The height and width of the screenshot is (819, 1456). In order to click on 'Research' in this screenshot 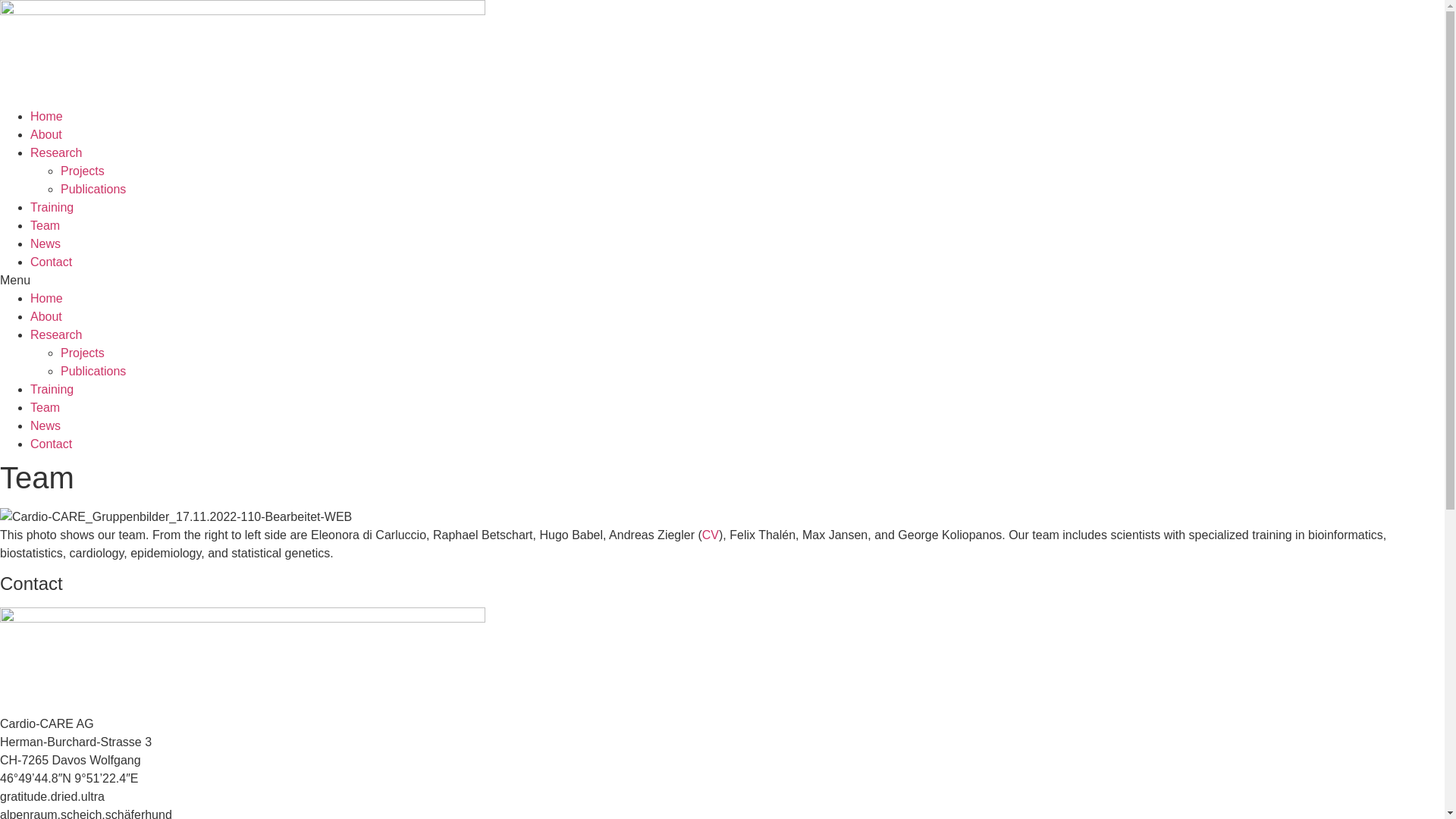, I will do `click(55, 334)`.